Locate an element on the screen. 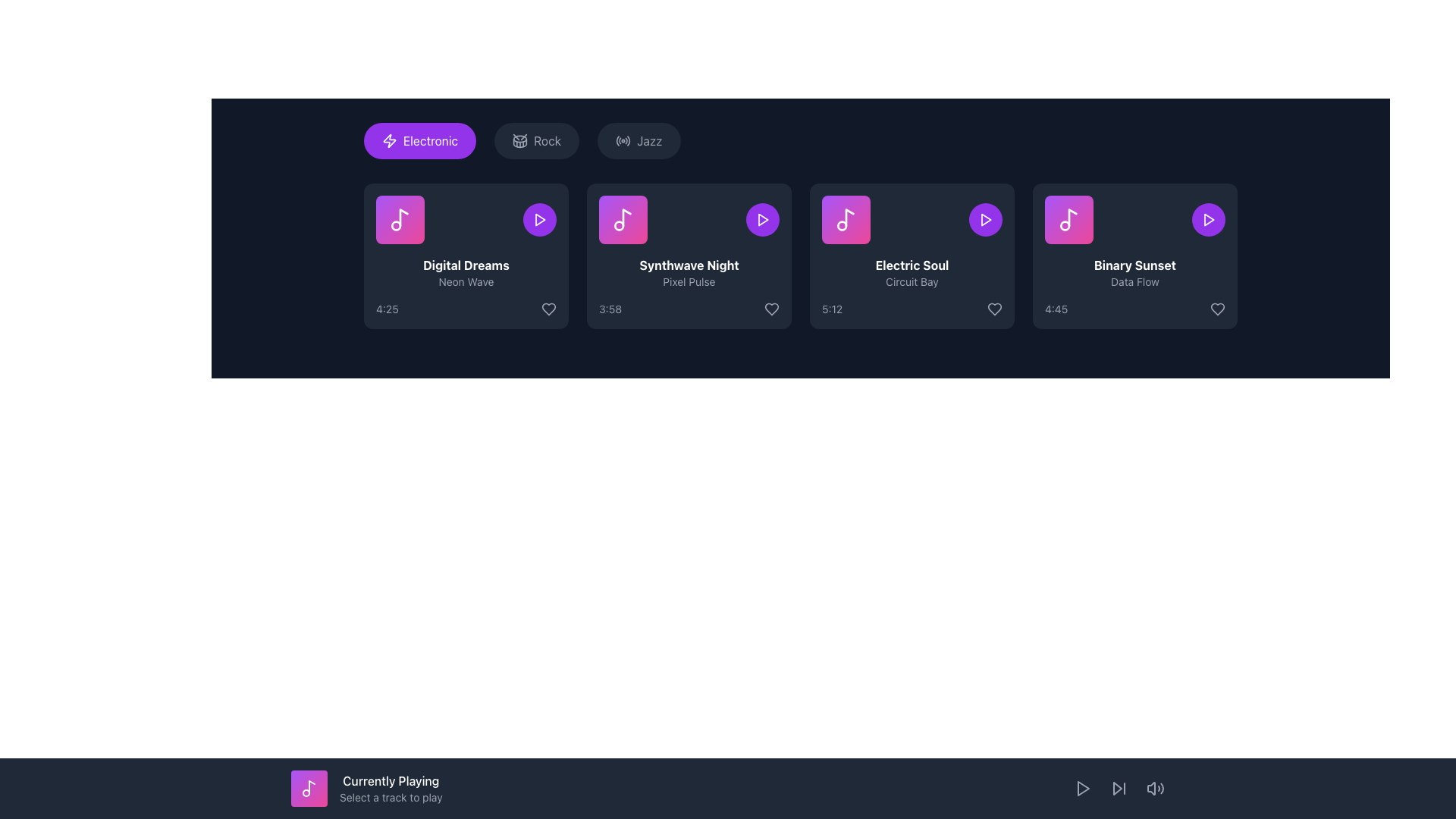  the heart icon located in the fourth music track panel is located at coordinates (994, 309).